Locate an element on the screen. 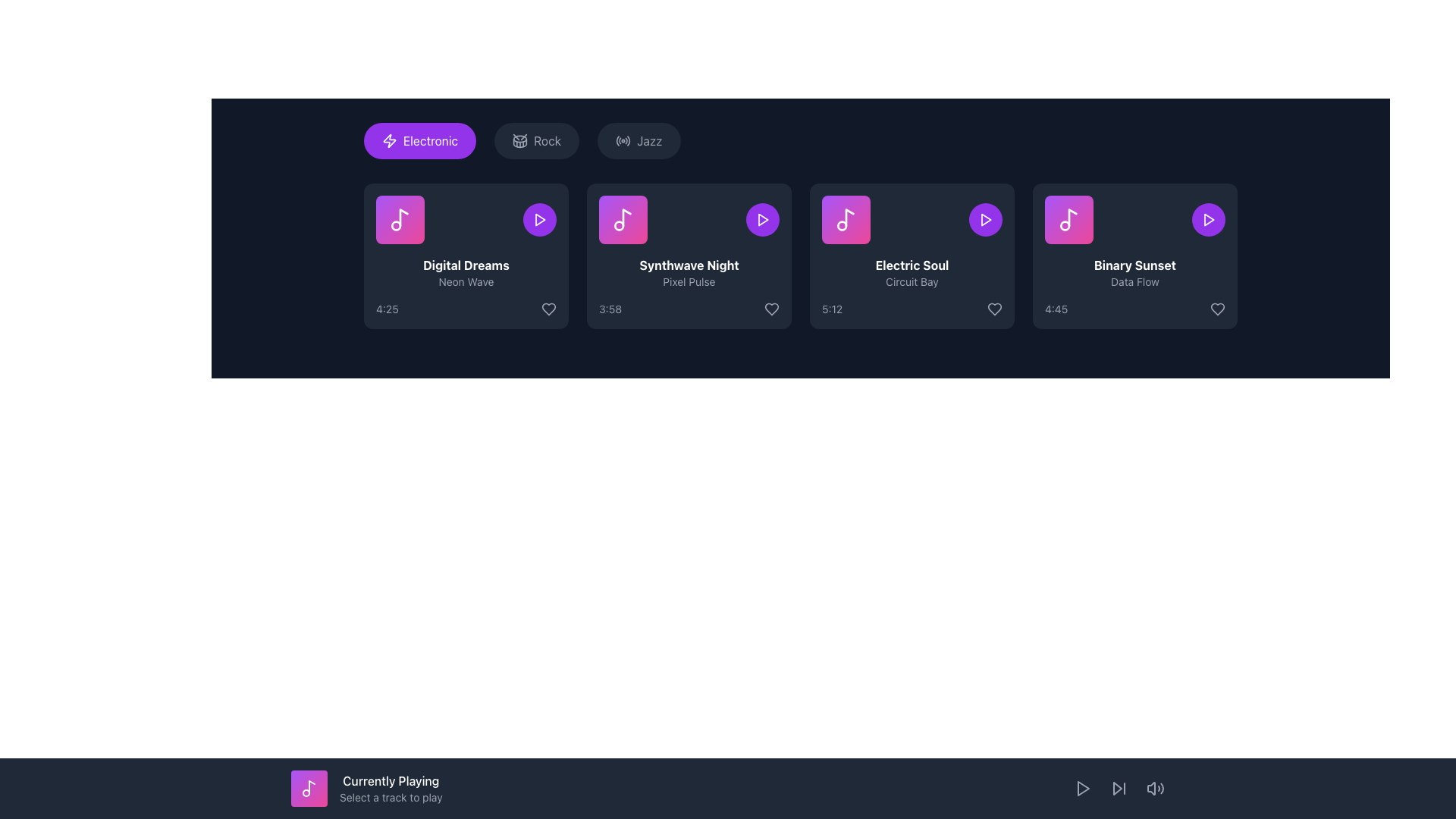  the heart icon located in the fourth music track panel is located at coordinates (994, 309).